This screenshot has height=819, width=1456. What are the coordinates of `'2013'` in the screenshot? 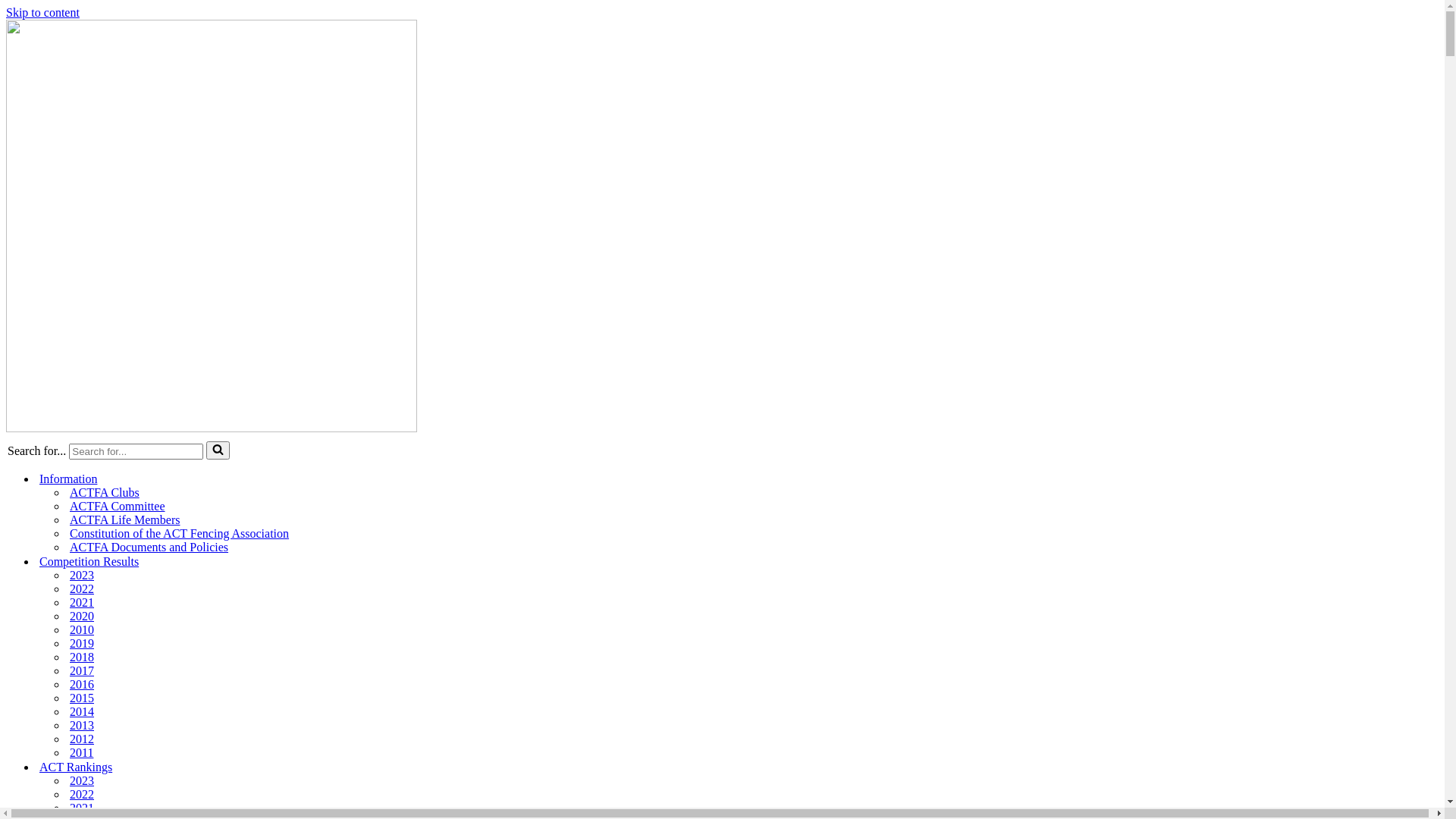 It's located at (81, 724).